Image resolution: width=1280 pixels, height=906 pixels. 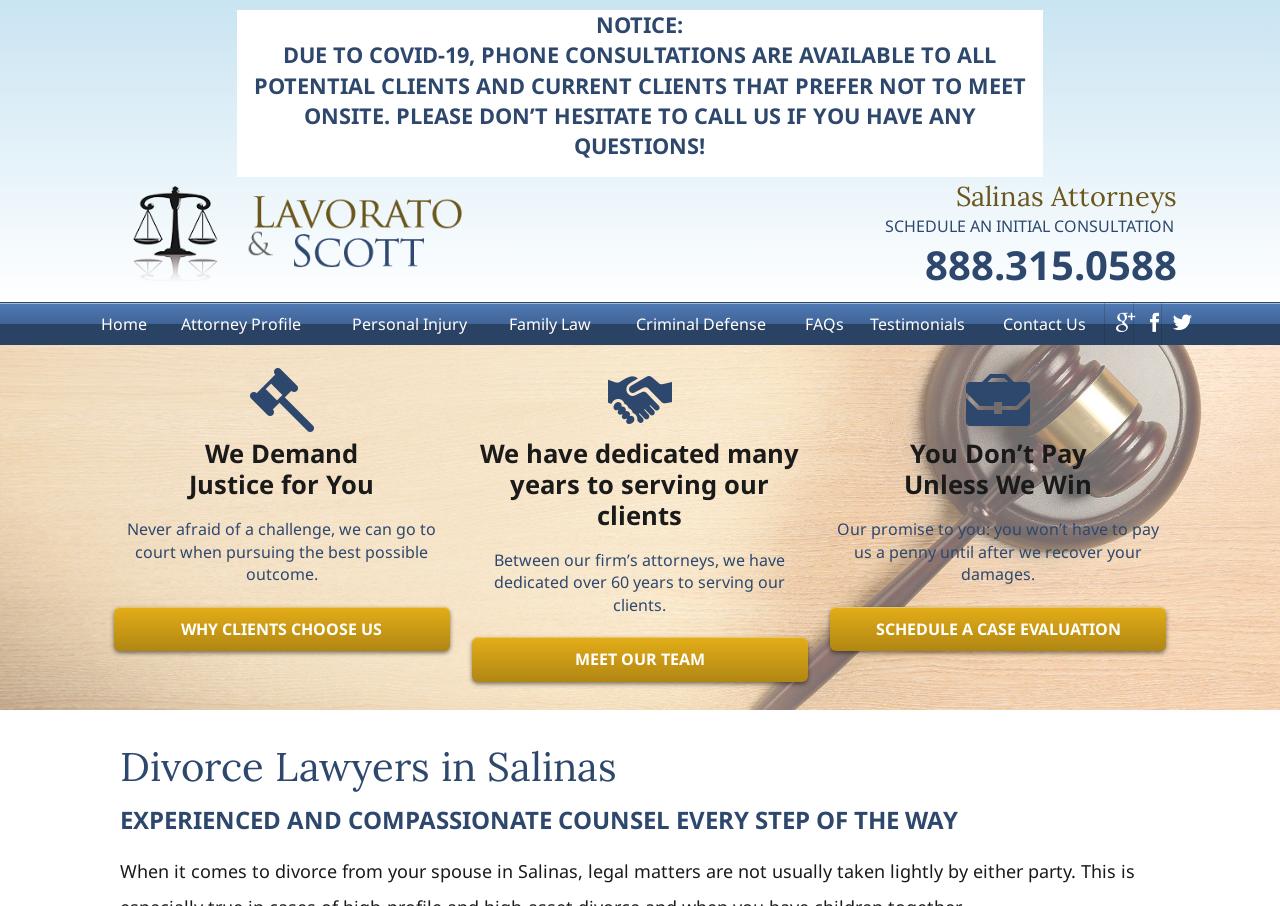 I want to click on 'Schedule a Case Evaluation', so click(x=997, y=628).